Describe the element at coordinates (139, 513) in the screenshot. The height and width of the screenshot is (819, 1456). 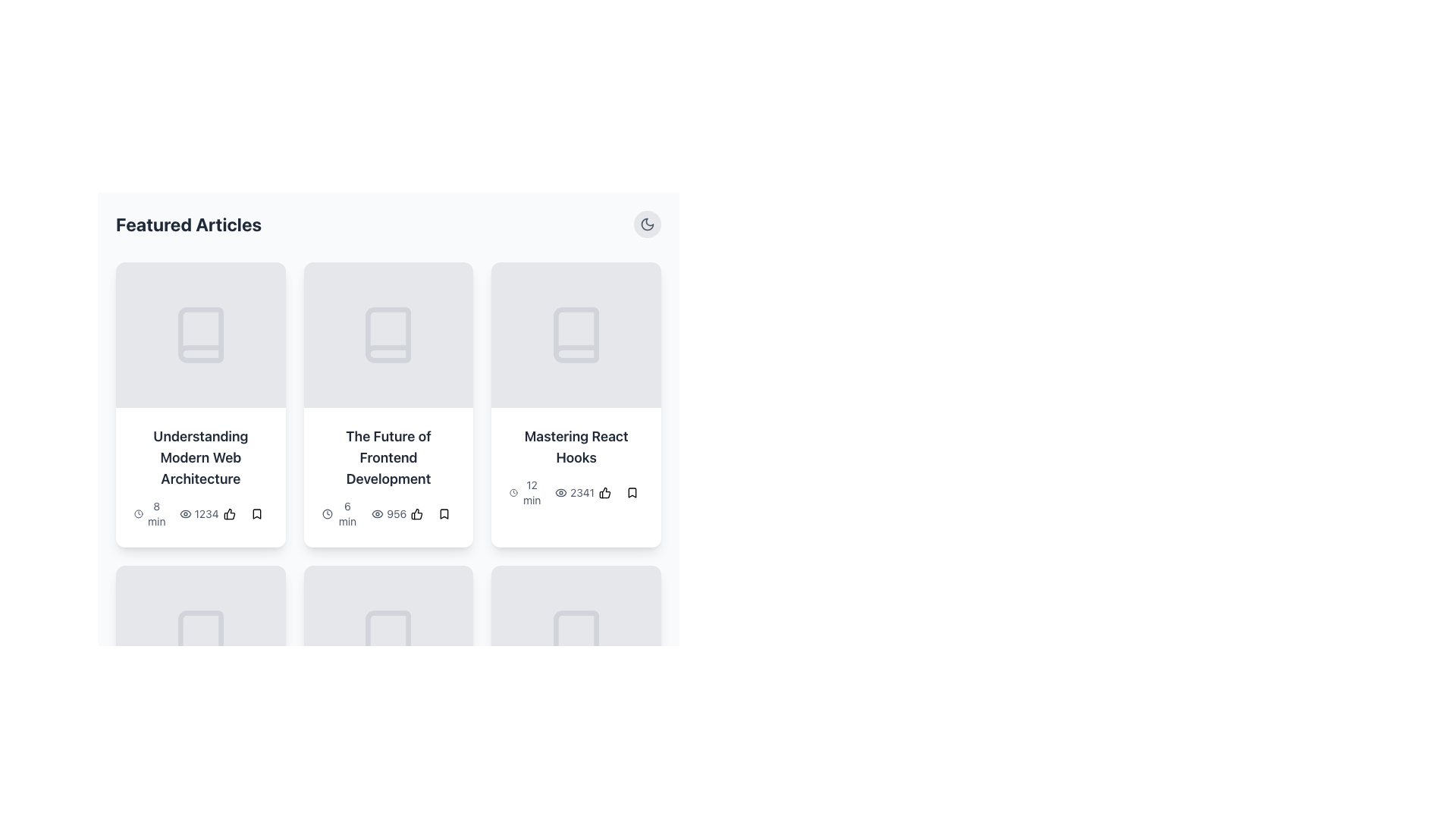
I see `the icon indicating the time duration for reading the article 'Understanding Modern Web Architecture', which is located to the left of the text '8 min'` at that location.